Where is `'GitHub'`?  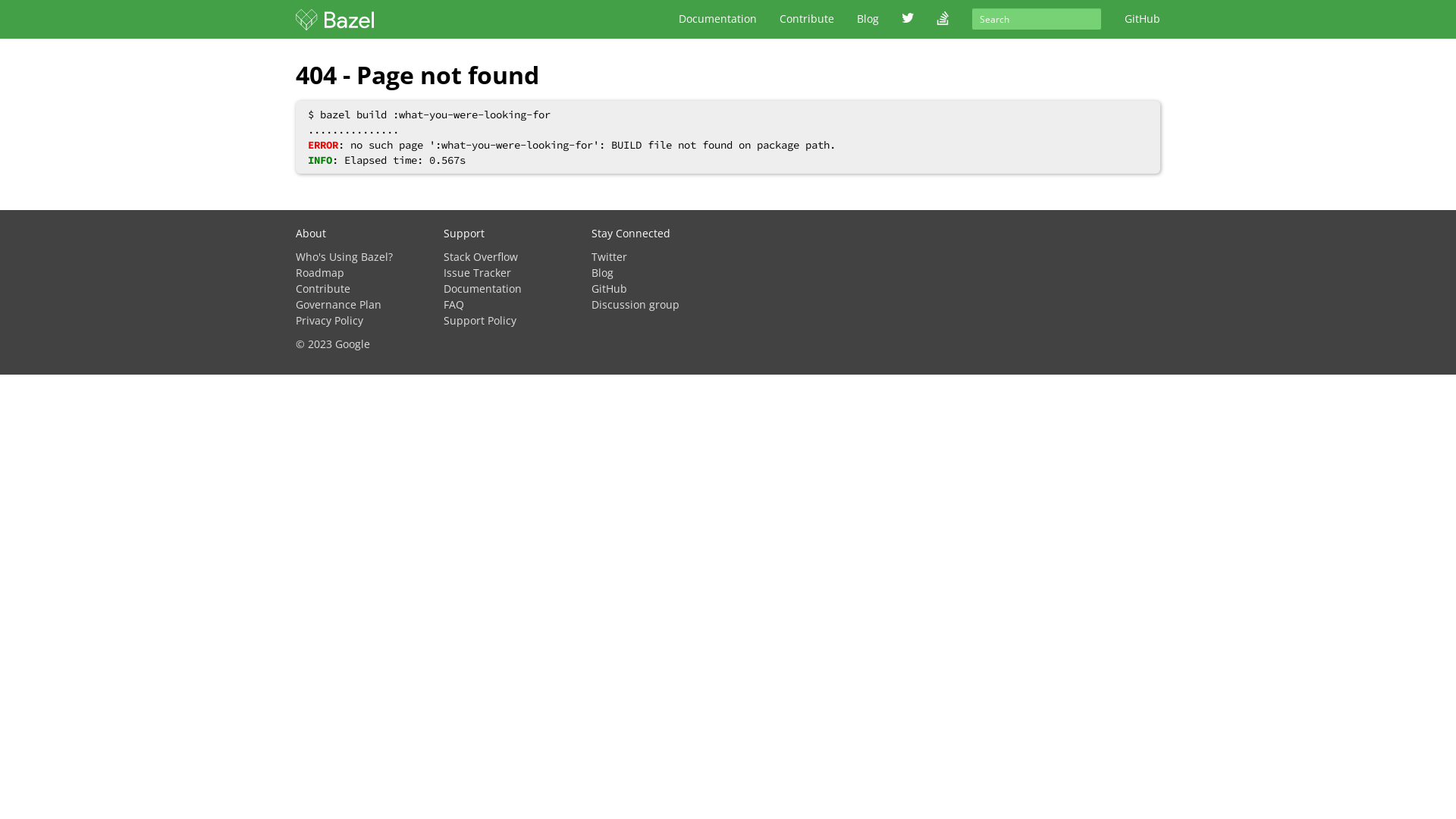
'GitHub' is located at coordinates (1142, 18).